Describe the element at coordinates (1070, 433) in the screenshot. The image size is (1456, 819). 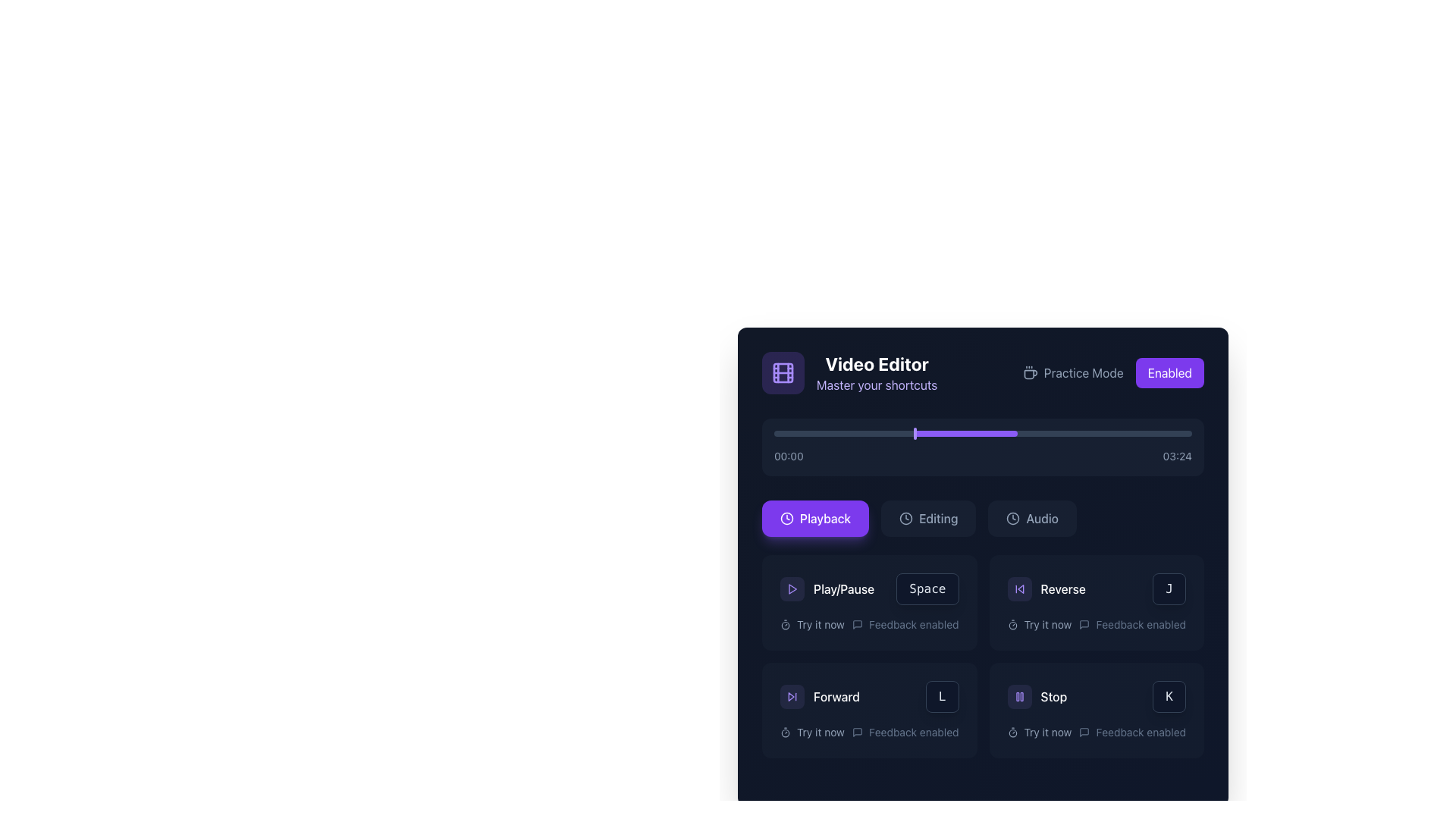
I see `the playback time` at that location.